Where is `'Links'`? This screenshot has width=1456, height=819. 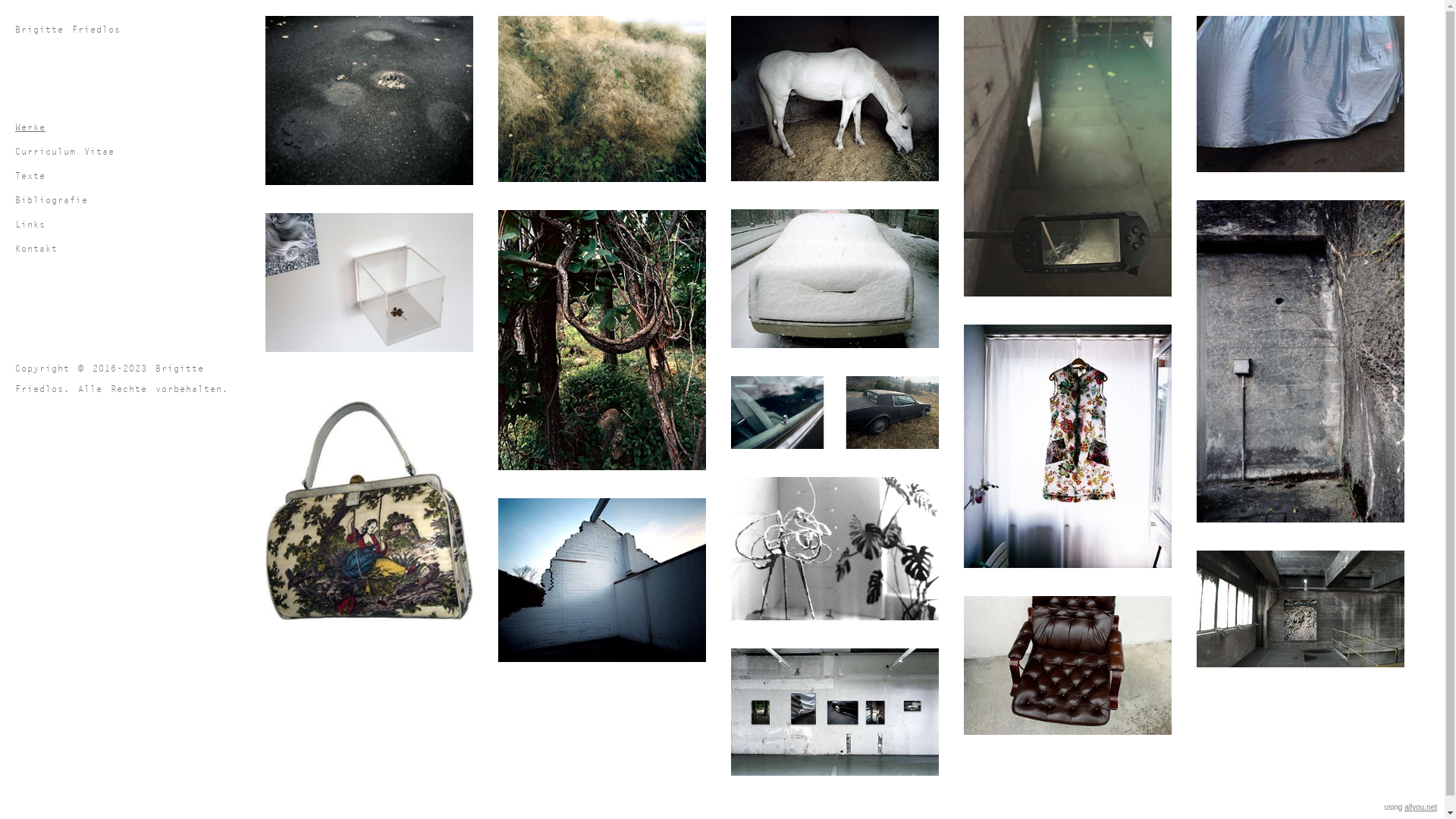 'Links' is located at coordinates (14, 224).